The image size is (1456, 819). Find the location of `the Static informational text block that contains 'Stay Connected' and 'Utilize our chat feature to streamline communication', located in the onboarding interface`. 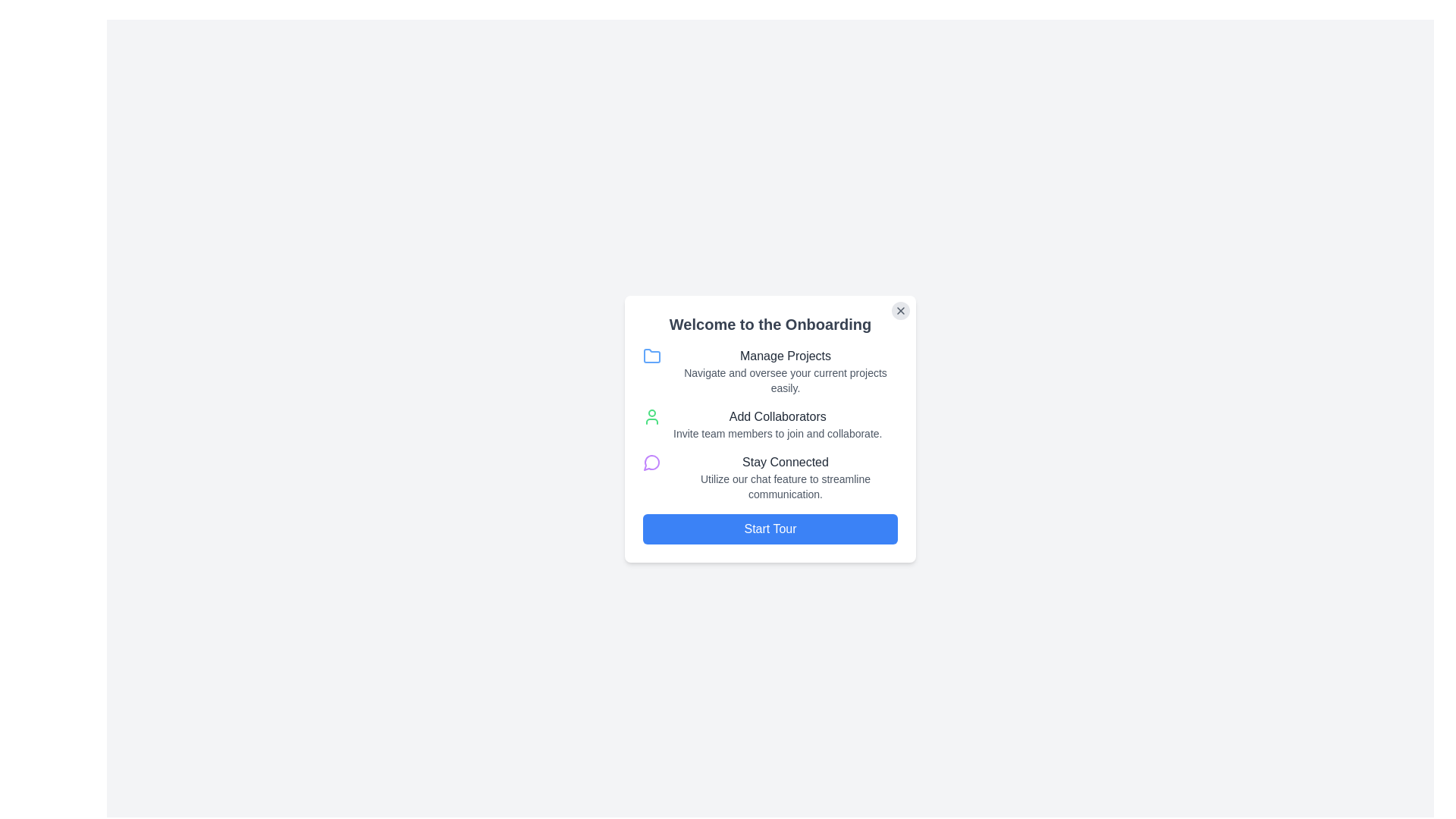

the Static informational text block that contains 'Stay Connected' and 'Utilize our chat feature to streamline communication', located in the onboarding interface is located at coordinates (786, 476).